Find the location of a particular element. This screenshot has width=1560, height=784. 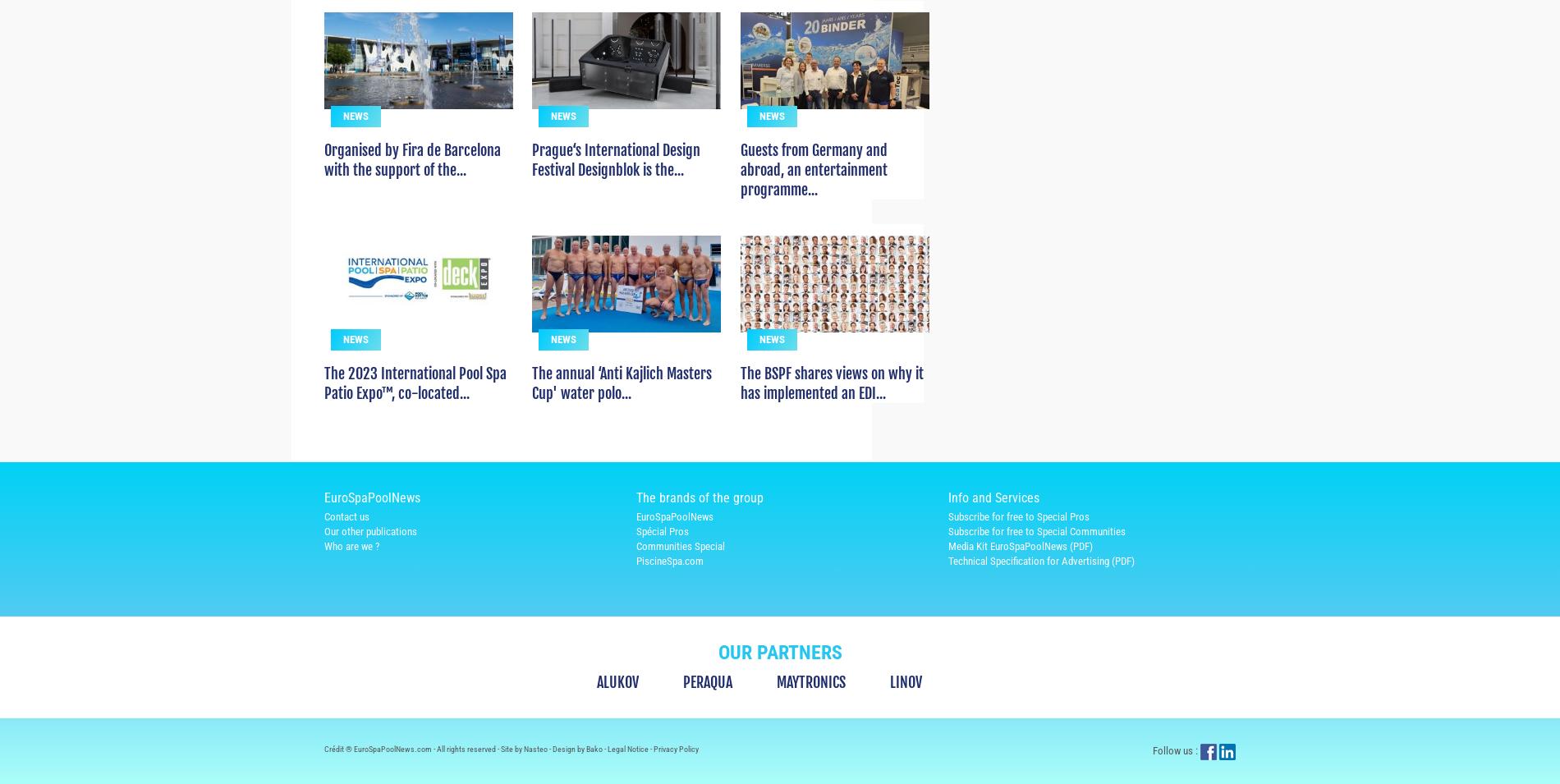

'Legal Notice' is located at coordinates (628, 777).